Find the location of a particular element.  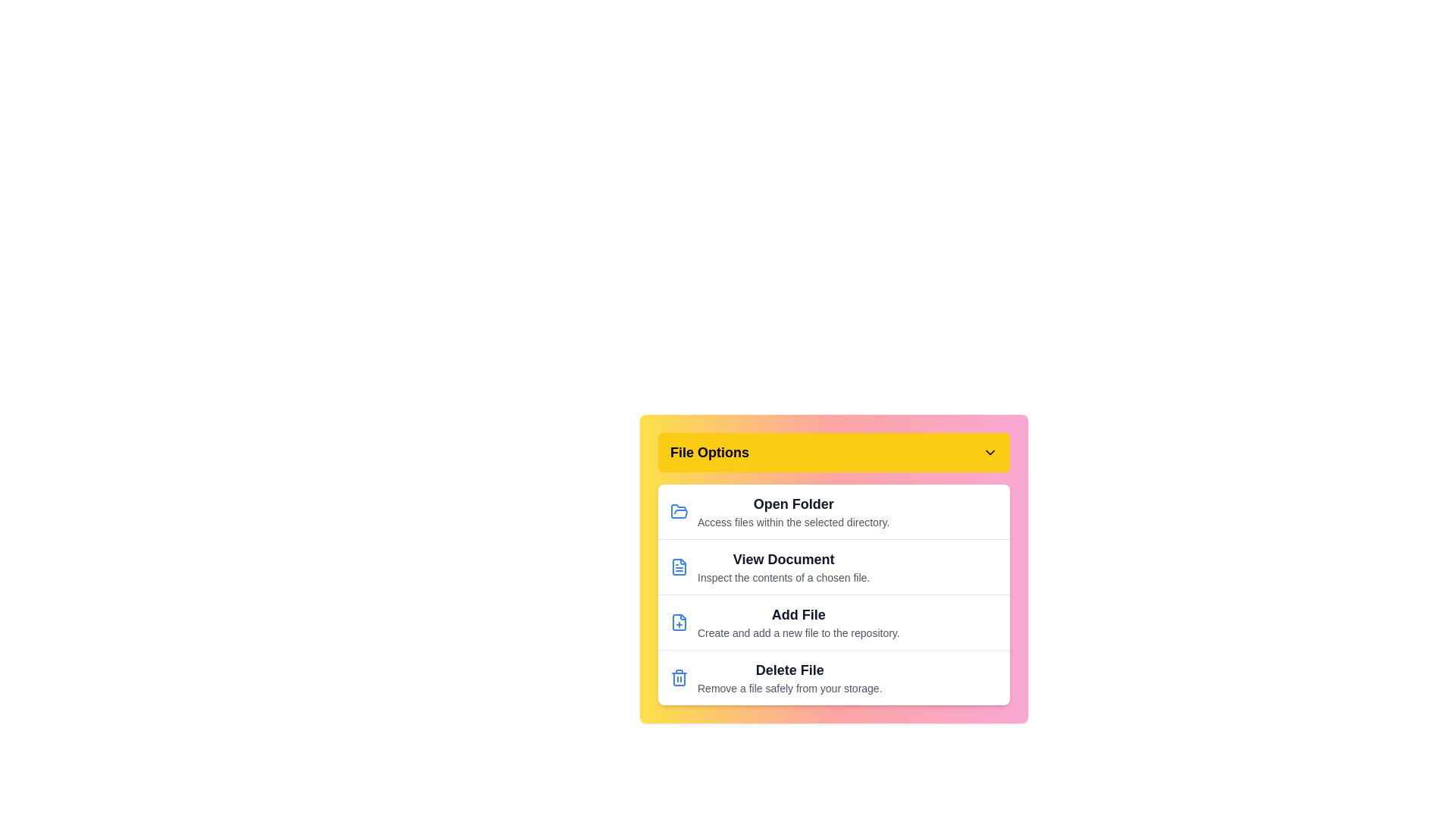

the text label that reads 'Create and add a new file to the repository.' which is located beneath the 'Add File' label in the 'File Options' section is located at coordinates (798, 632).